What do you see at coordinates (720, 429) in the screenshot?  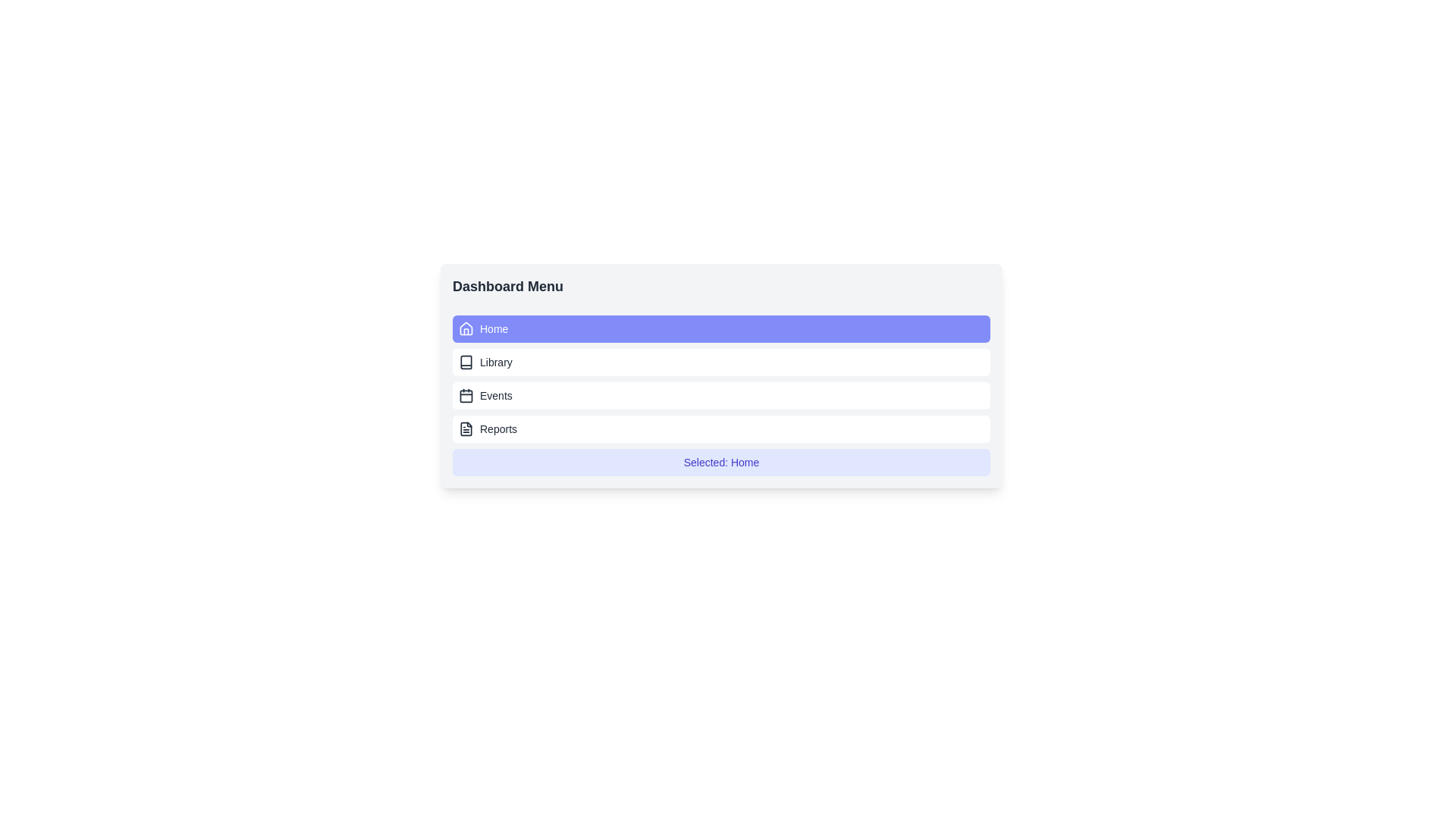 I see `the button labeled Reports to select the corresponding menu item` at bounding box center [720, 429].